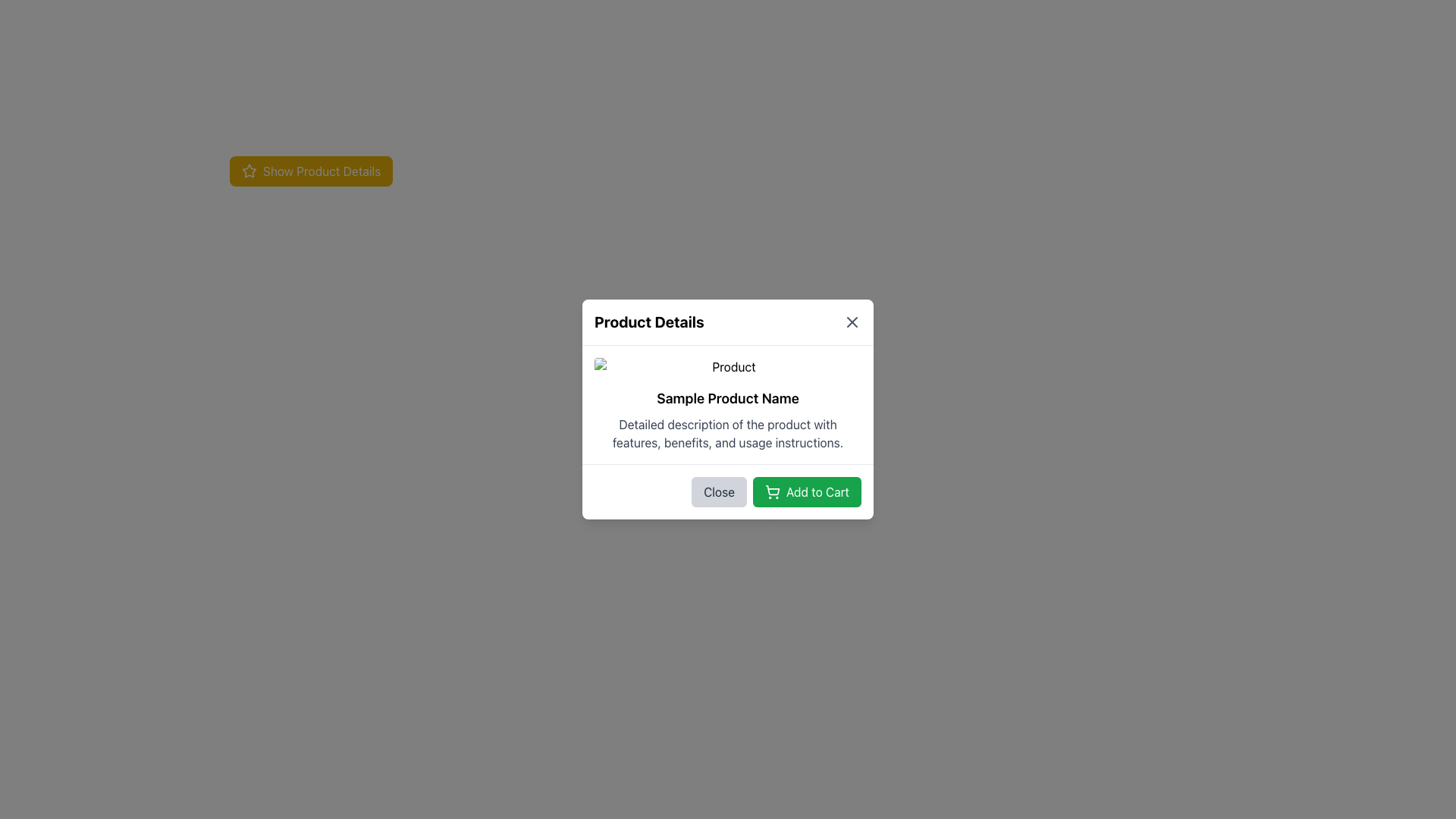  What do you see at coordinates (310, 171) in the screenshot?
I see `the 'Show Product Details' button with rounded edges, yellow background, and white text` at bounding box center [310, 171].